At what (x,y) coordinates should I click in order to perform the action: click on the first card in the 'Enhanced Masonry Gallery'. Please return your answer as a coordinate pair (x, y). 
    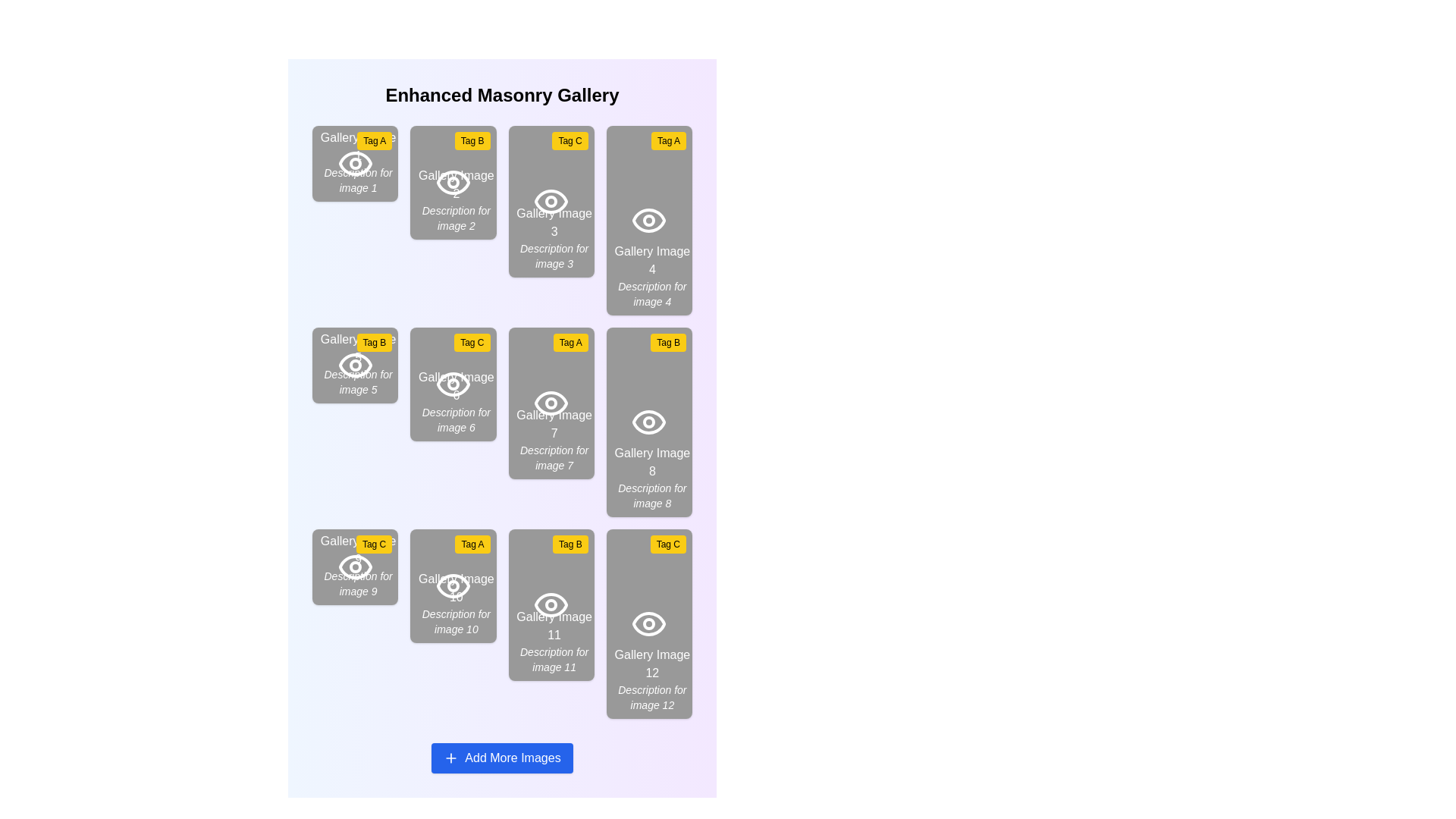
    Looking at the image, I should click on (354, 164).